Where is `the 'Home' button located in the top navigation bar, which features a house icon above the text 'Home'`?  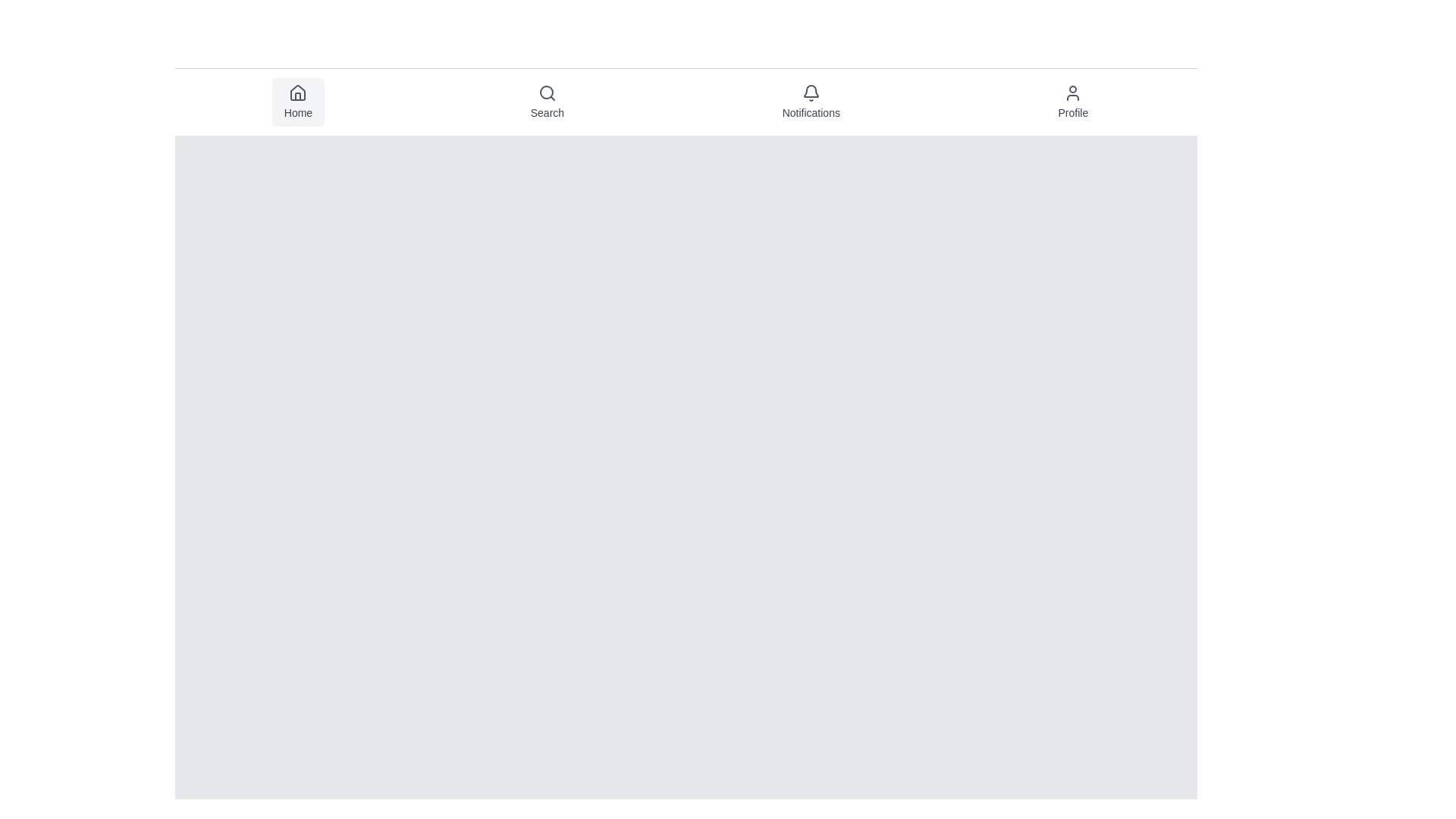 the 'Home' button located in the top navigation bar, which features a house icon above the text 'Home' is located at coordinates (298, 102).